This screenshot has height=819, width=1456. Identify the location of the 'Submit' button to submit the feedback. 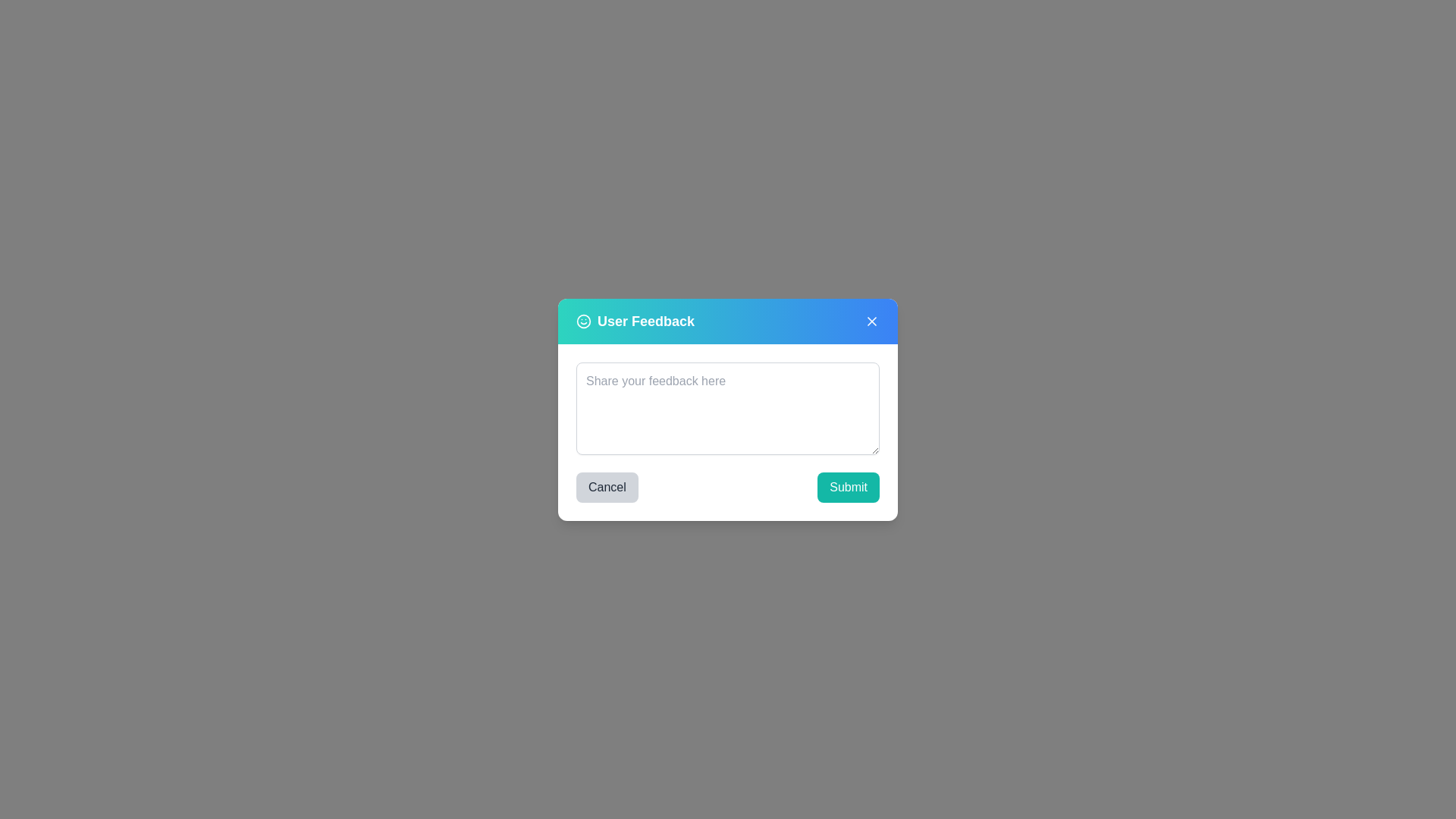
(847, 486).